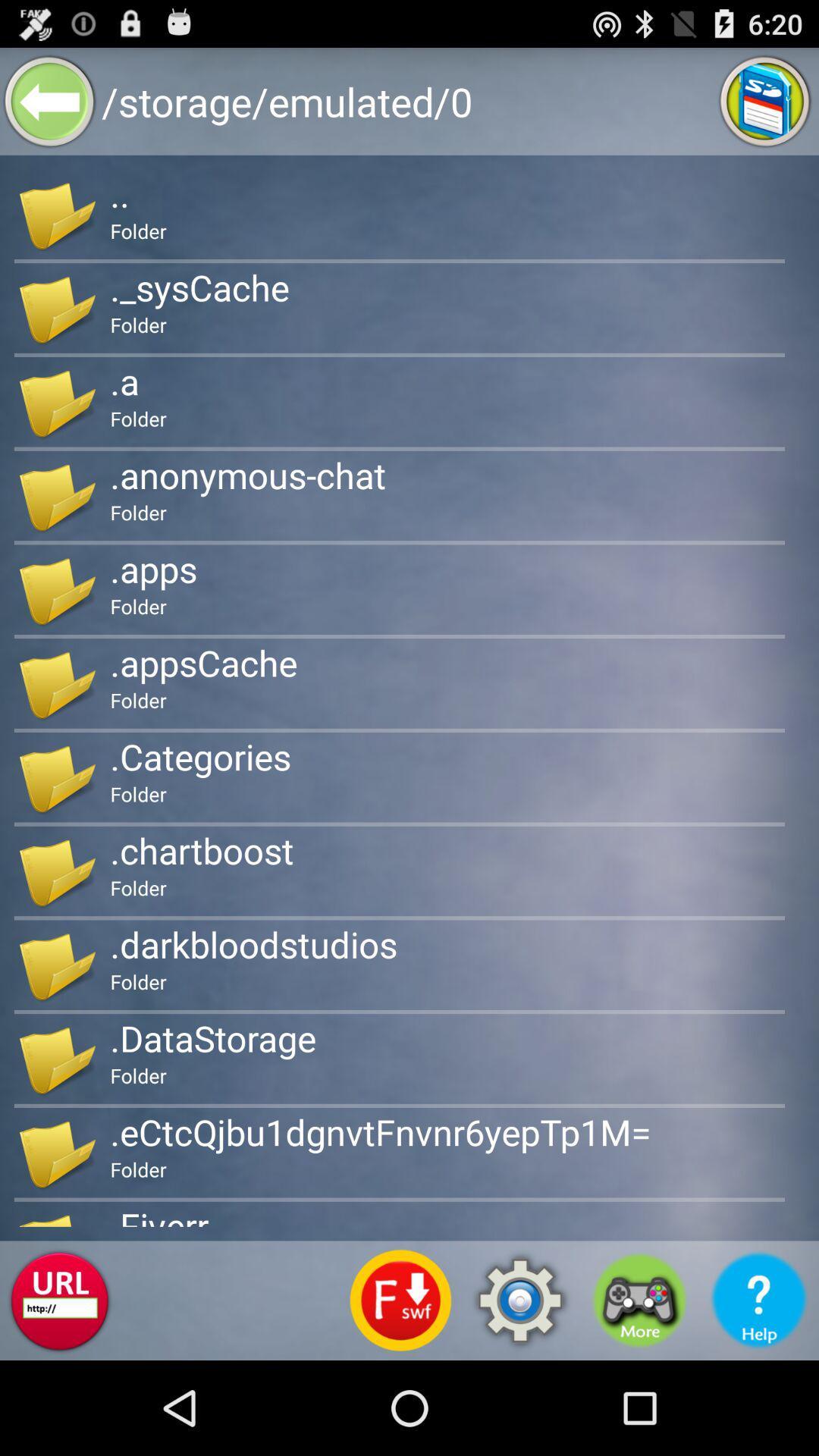 The image size is (819, 1456). I want to click on the save icon, so click(765, 108).